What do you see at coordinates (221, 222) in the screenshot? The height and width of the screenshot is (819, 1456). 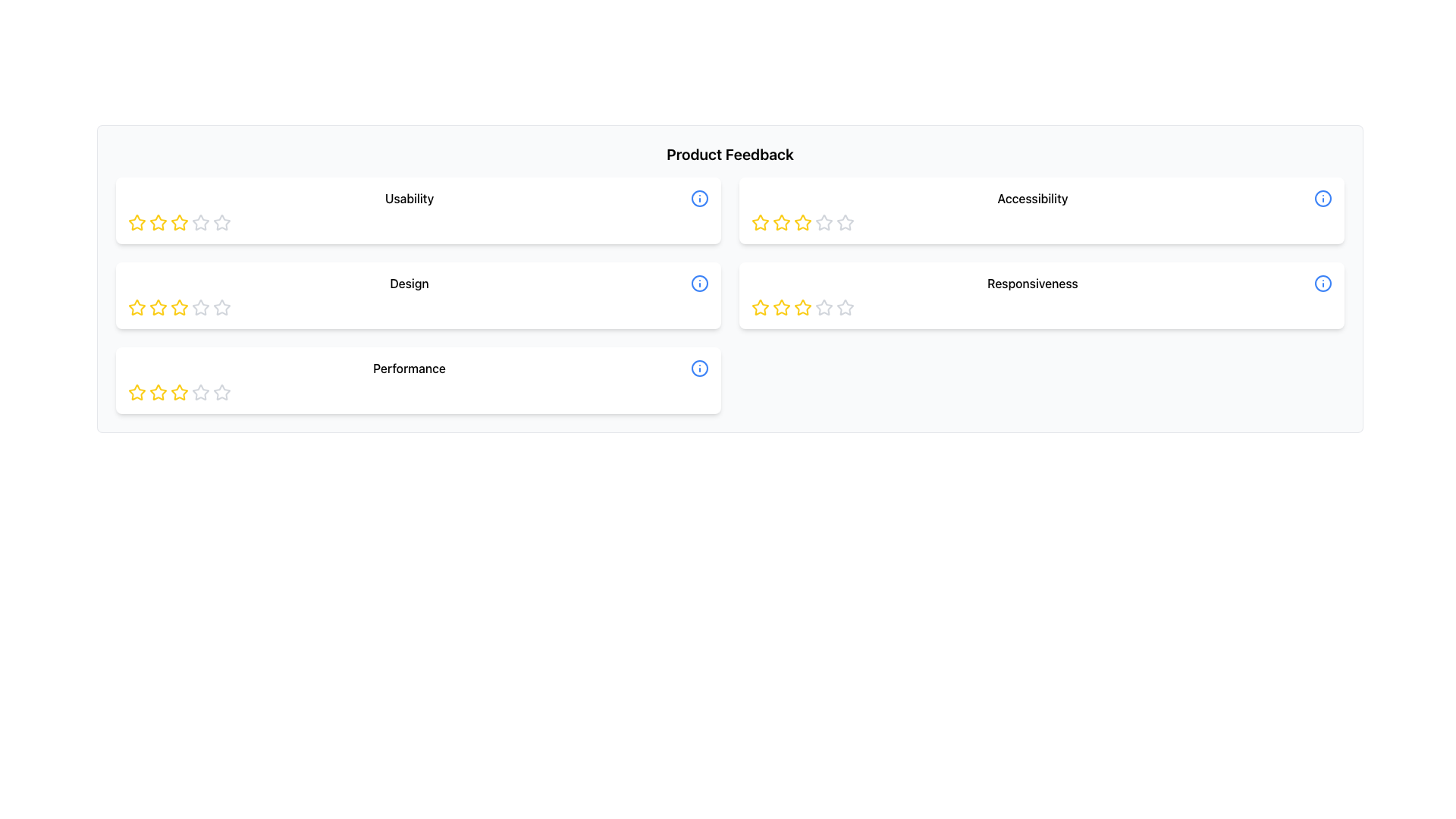 I see `the third star in the five-star rating system for the 'Usability' category` at bounding box center [221, 222].